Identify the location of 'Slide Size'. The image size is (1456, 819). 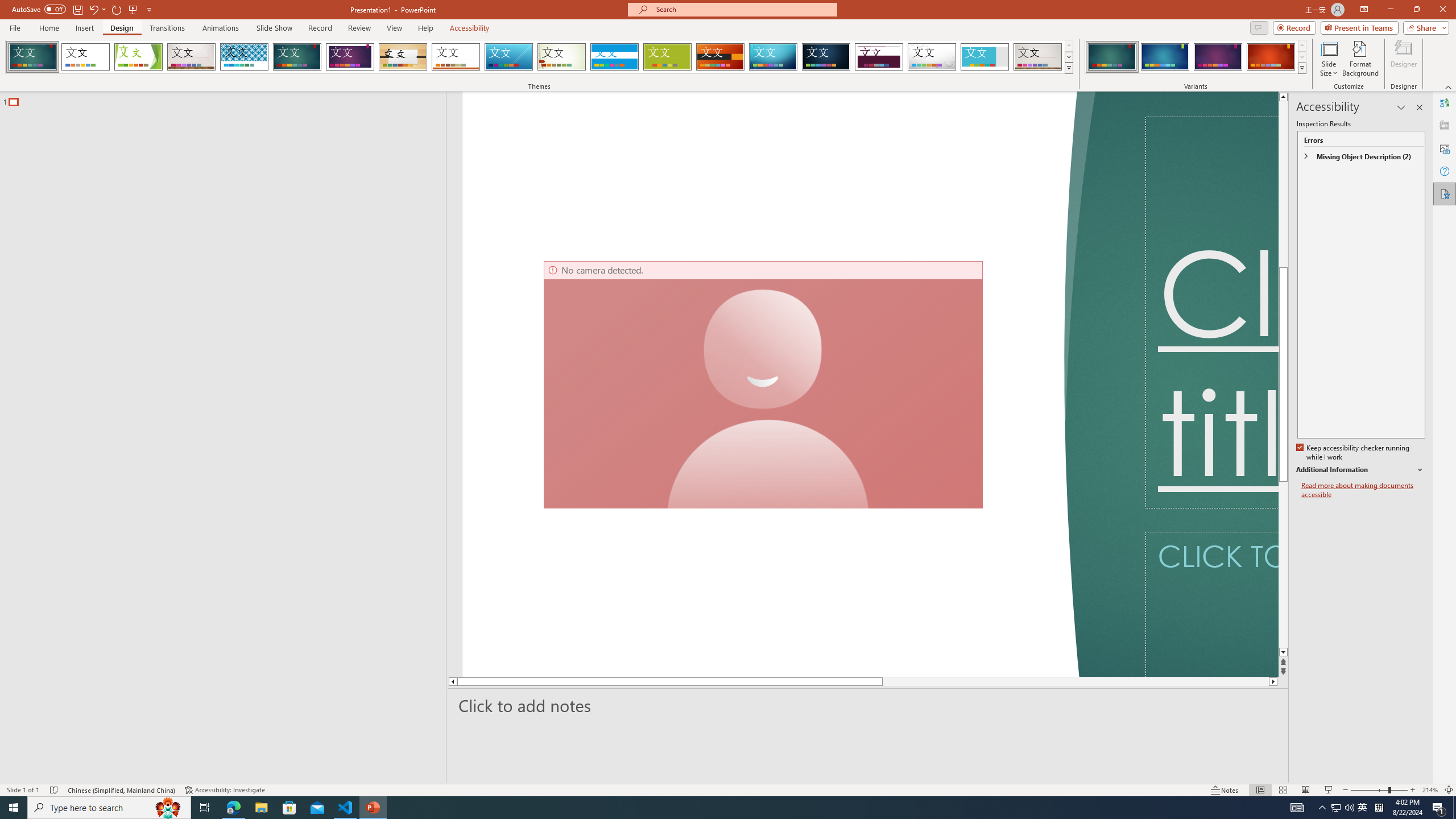
(1329, 59).